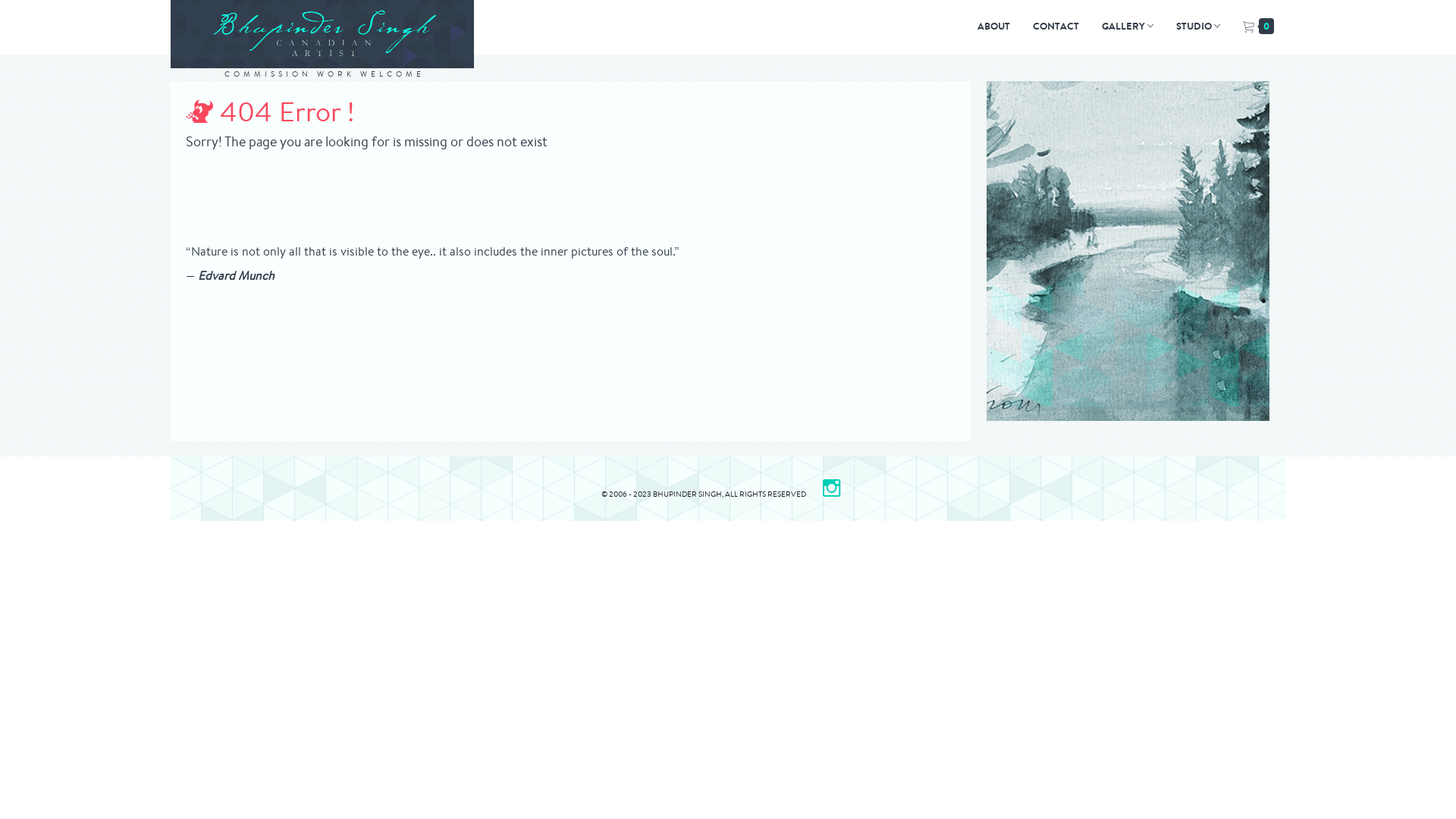 The width and height of the screenshot is (1456, 819). I want to click on 'GALLERY', so click(1128, 26).